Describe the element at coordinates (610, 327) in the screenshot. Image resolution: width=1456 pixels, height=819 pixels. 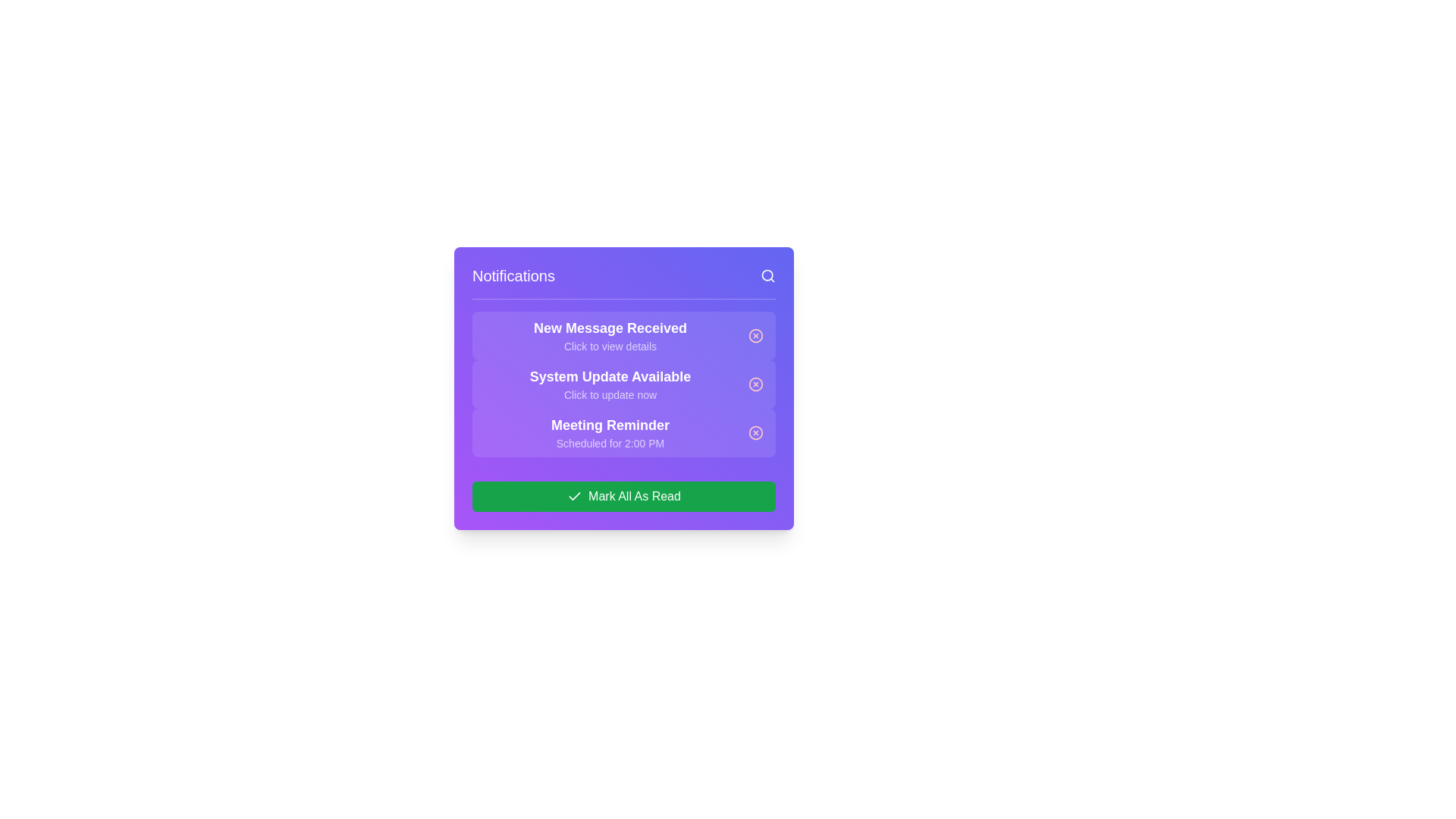
I see `the 'New Message Received' text label which is prominently displayed in bold, large font against a purple background, located in the notifications list under the 'Notifications' heading` at that location.